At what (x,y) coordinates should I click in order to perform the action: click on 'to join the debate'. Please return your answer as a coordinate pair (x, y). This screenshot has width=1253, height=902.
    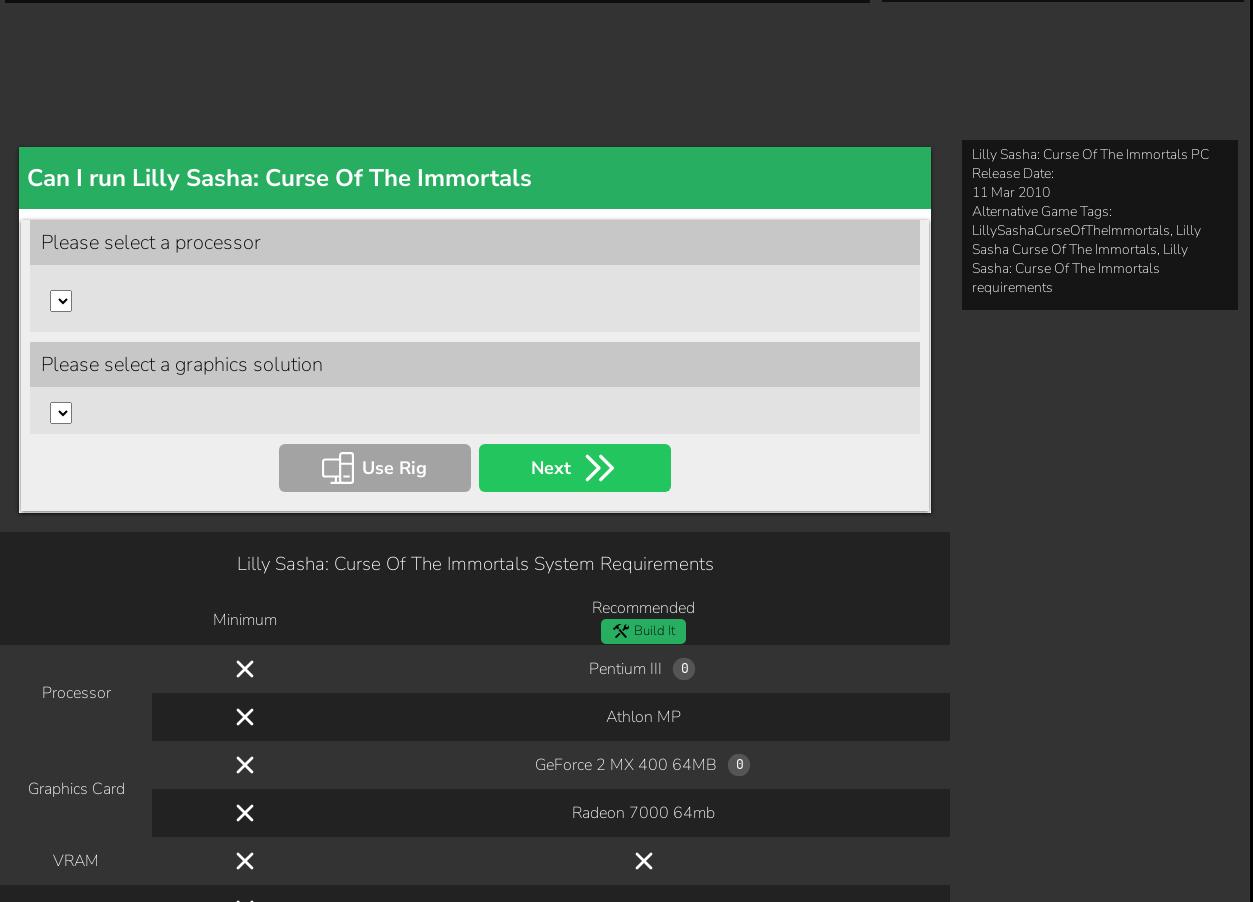
    Looking at the image, I should click on (713, 830).